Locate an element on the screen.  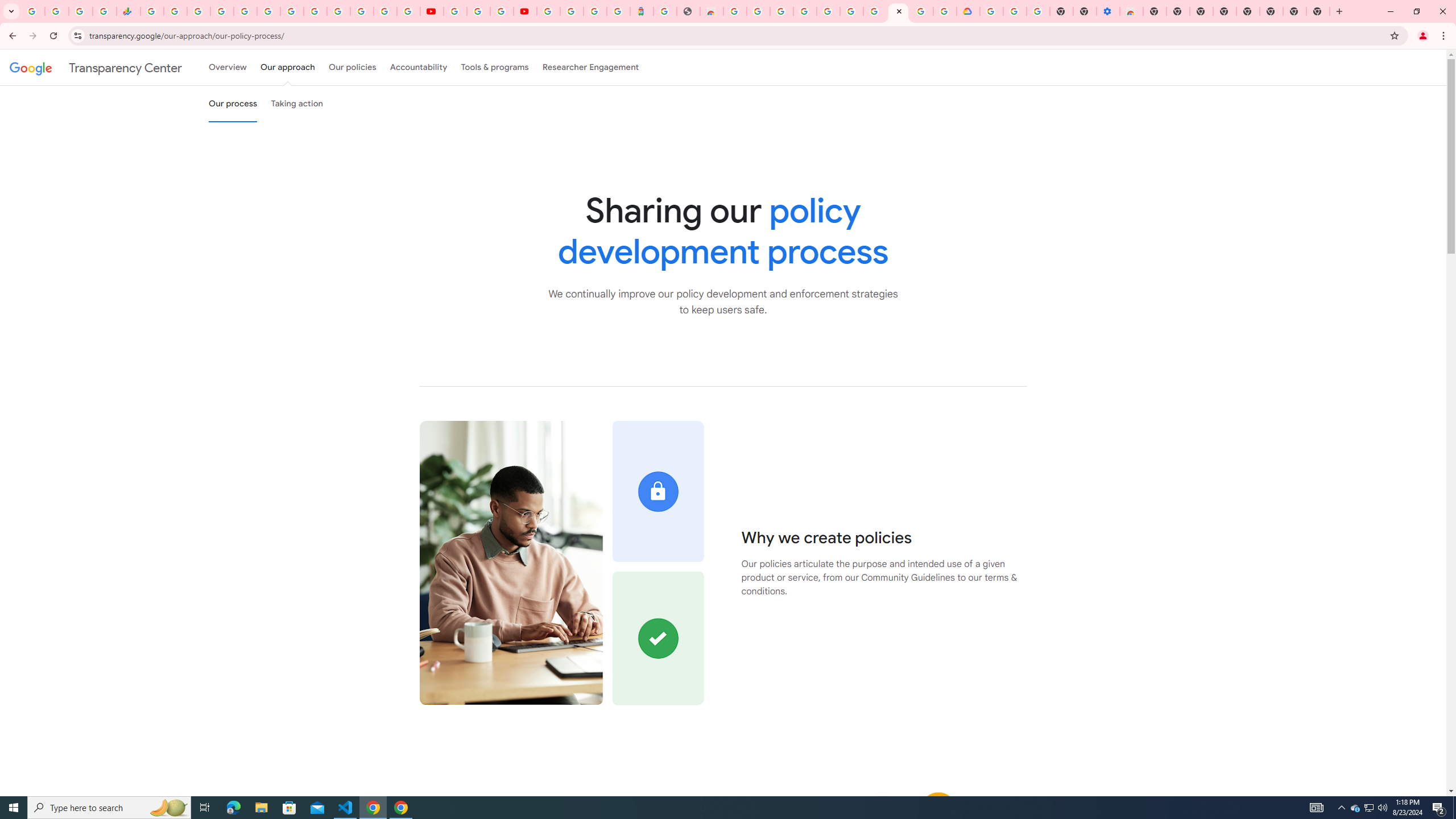
'Content Creator Programs & Opportunities - YouTube Creators' is located at coordinates (524, 11).